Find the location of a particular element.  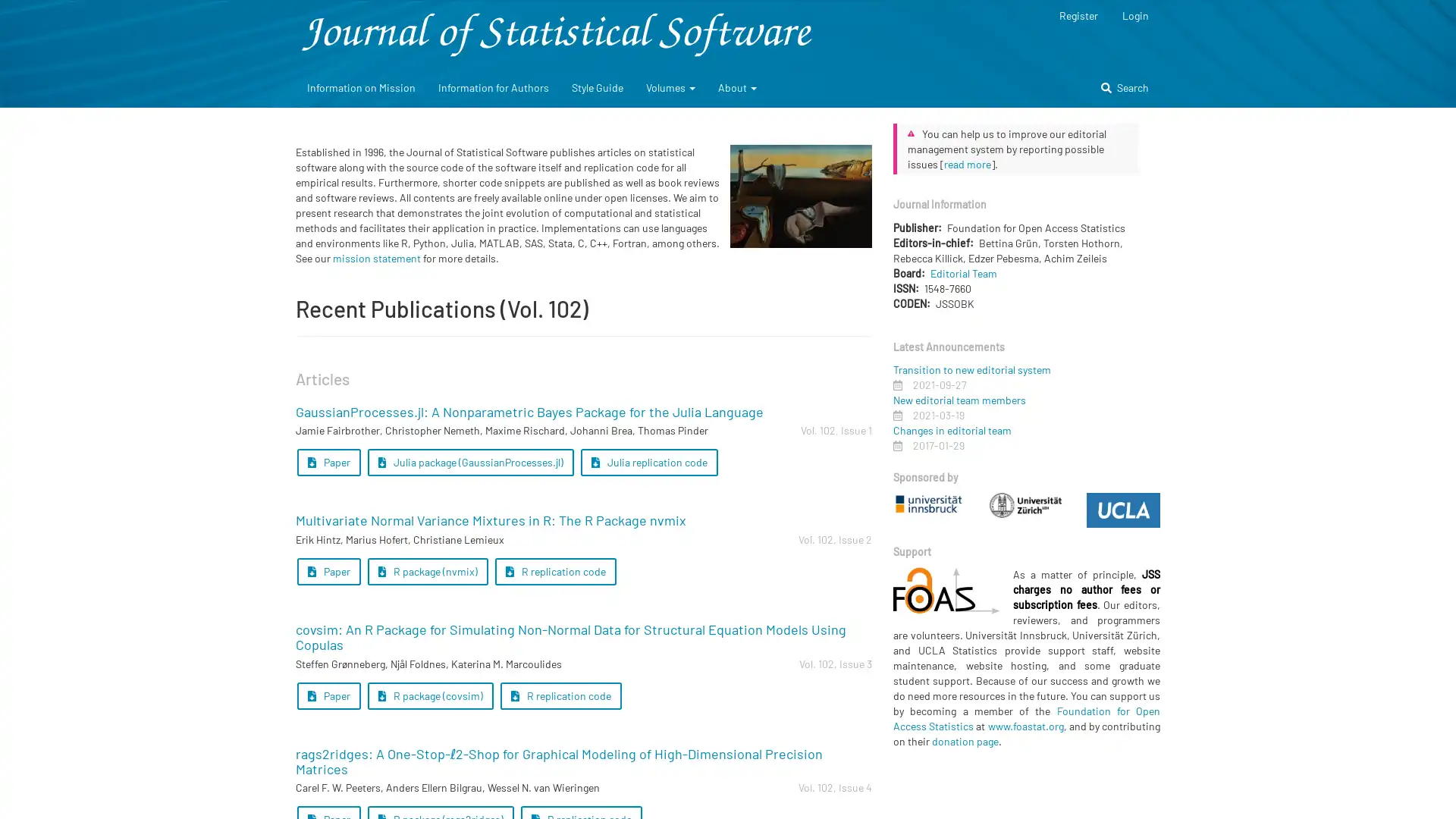

R replication code is located at coordinates (560, 695).